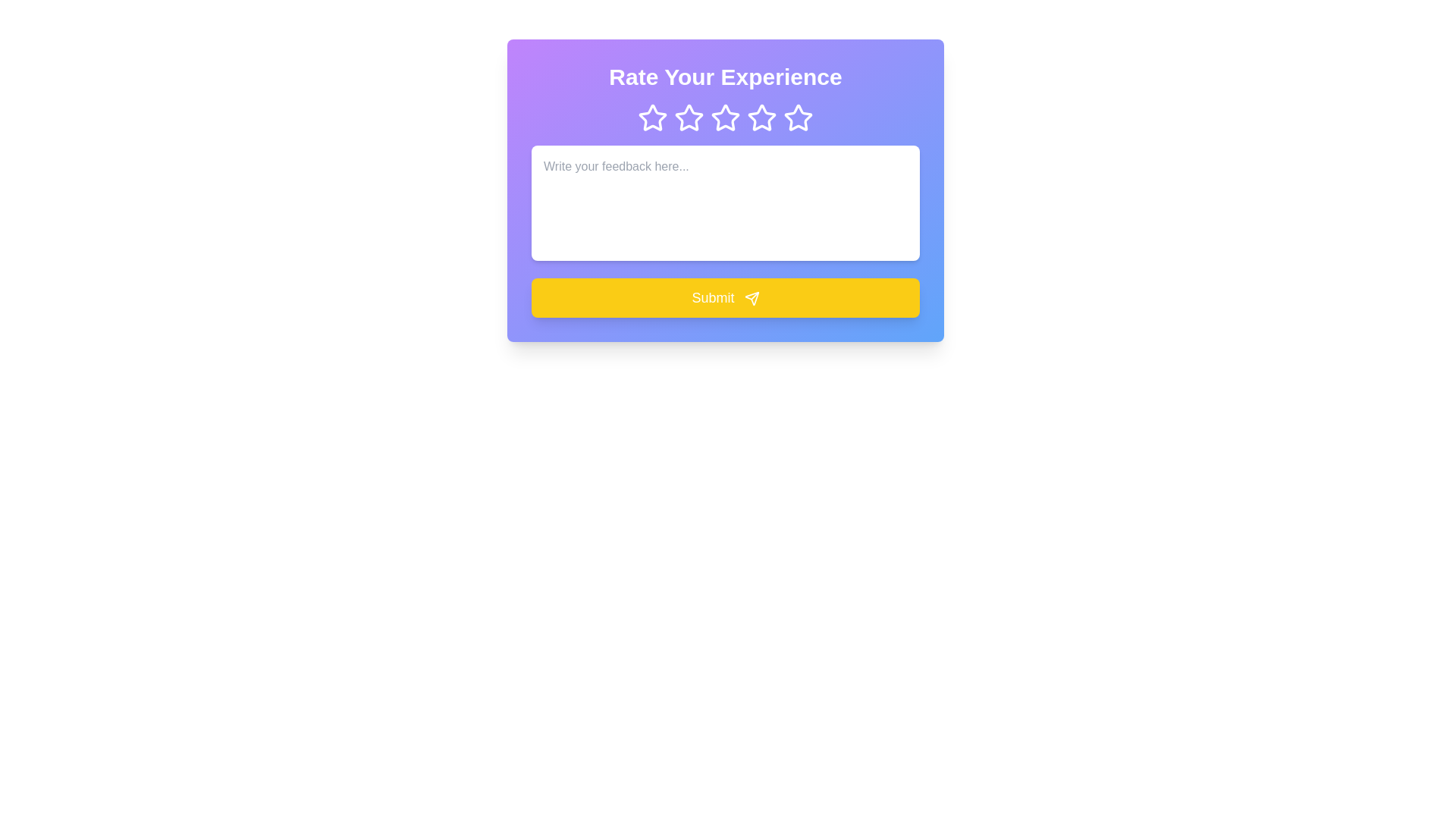 The image size is (1456, 819). What do you see at coordinates (797, 117) in the screenshot?
I see `the fifth star icon in the 5-star rating system, which indicates a five-star rating, located in the top center area of the interface above the feedback text box` at bounding box center [797, 117].